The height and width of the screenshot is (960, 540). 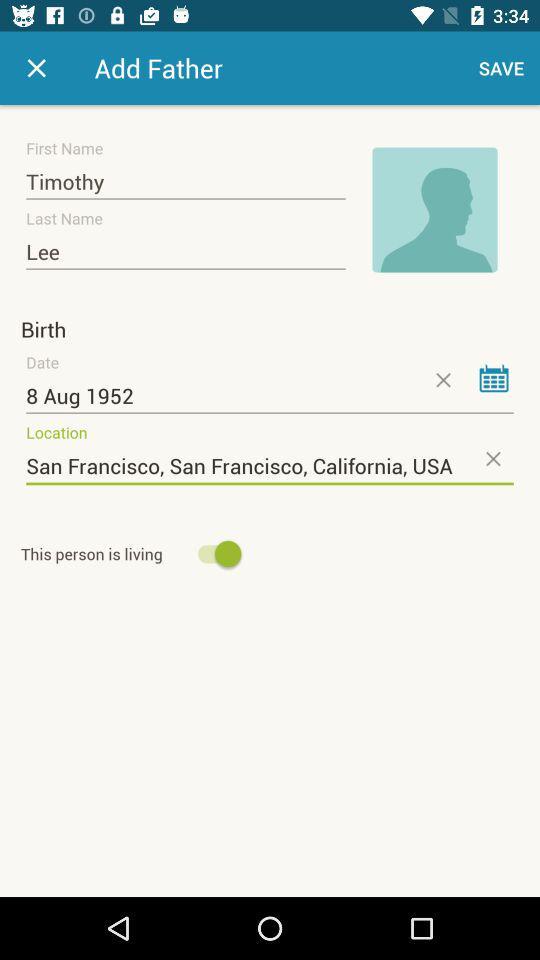 What do you see at coordinates (442, 379) in the screenshot?
I see `the close icon` at bounding box center [442, 379].